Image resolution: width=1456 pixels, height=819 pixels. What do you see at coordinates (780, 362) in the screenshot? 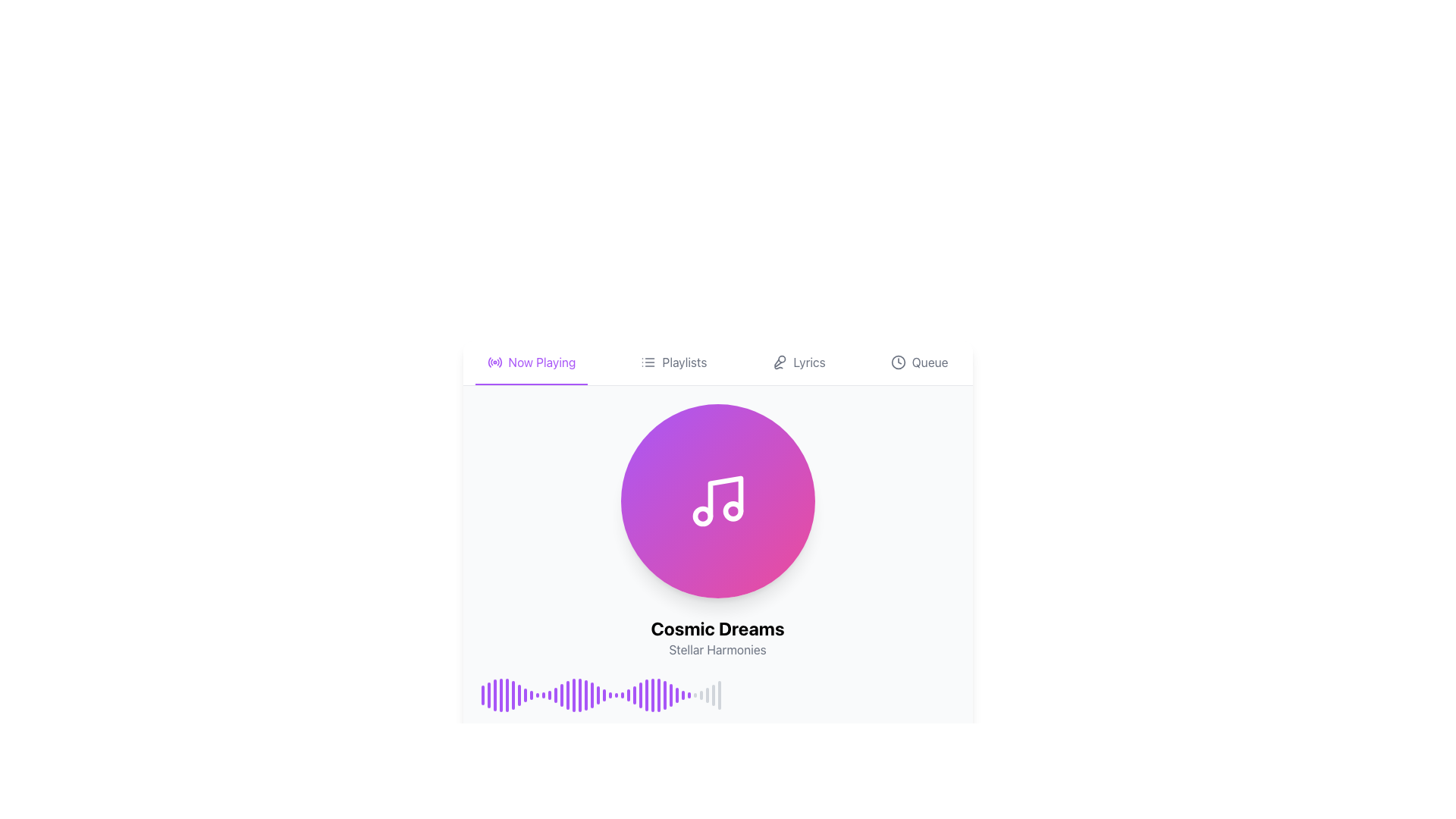
I see `the microphone icon next to the 'Lyrics' label` at bounding box center [780, 362].